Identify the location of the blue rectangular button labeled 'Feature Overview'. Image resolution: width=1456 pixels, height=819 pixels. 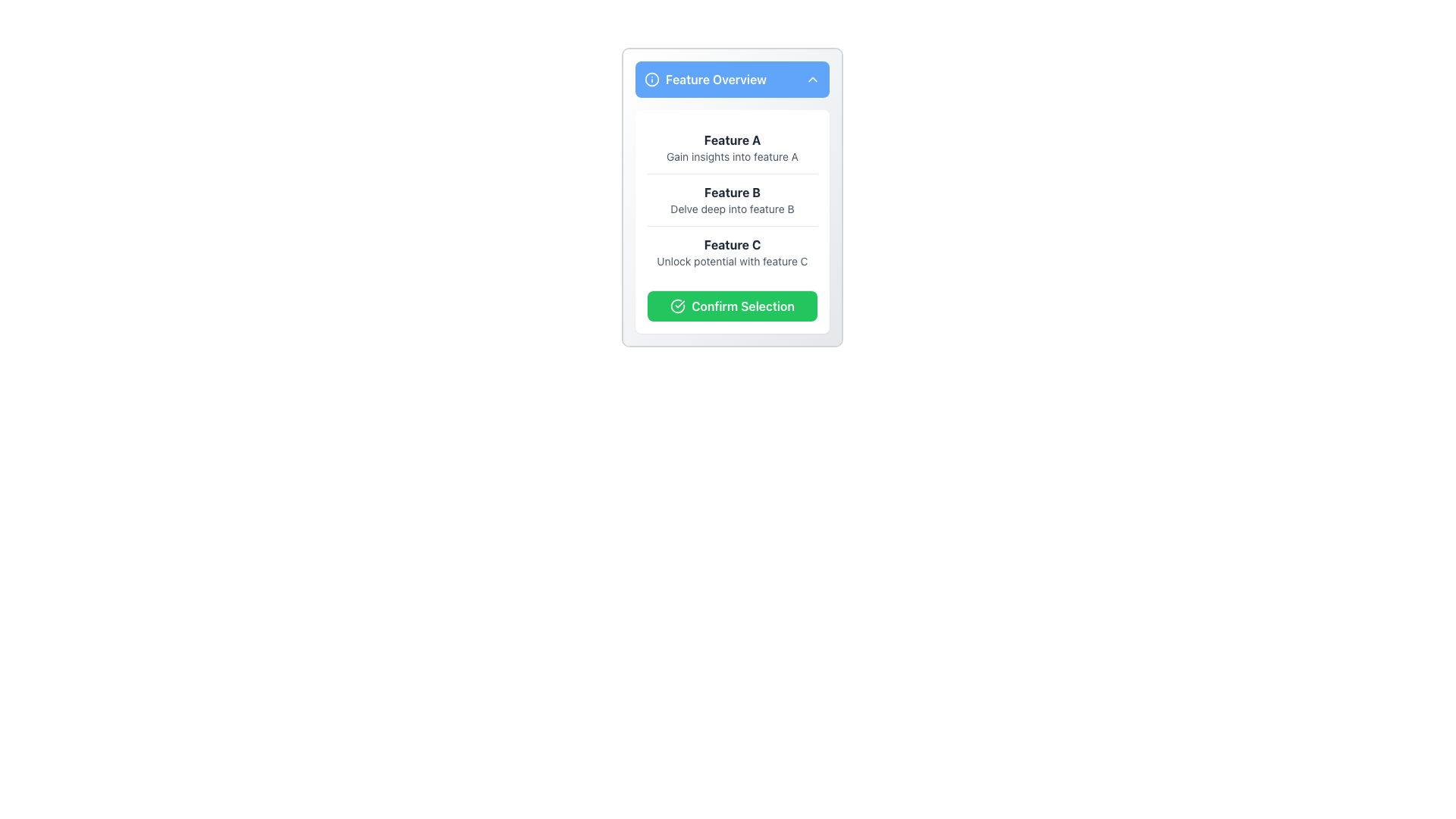
(732, 79).